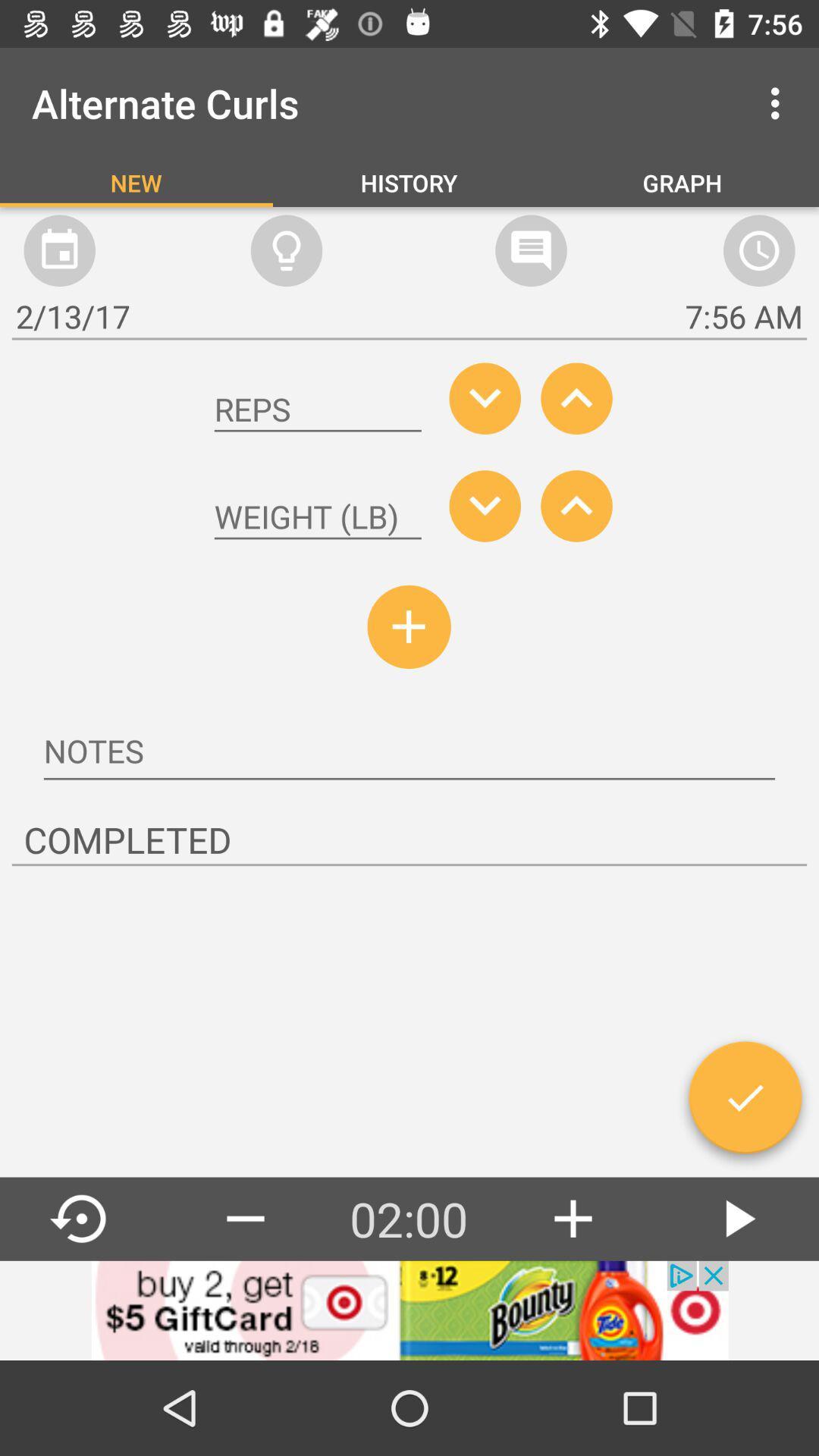 This screenshot has height=1456, width=819. Describe the element at coordinates (744, 1103) in the screenshot. I see `ok option` at that location.